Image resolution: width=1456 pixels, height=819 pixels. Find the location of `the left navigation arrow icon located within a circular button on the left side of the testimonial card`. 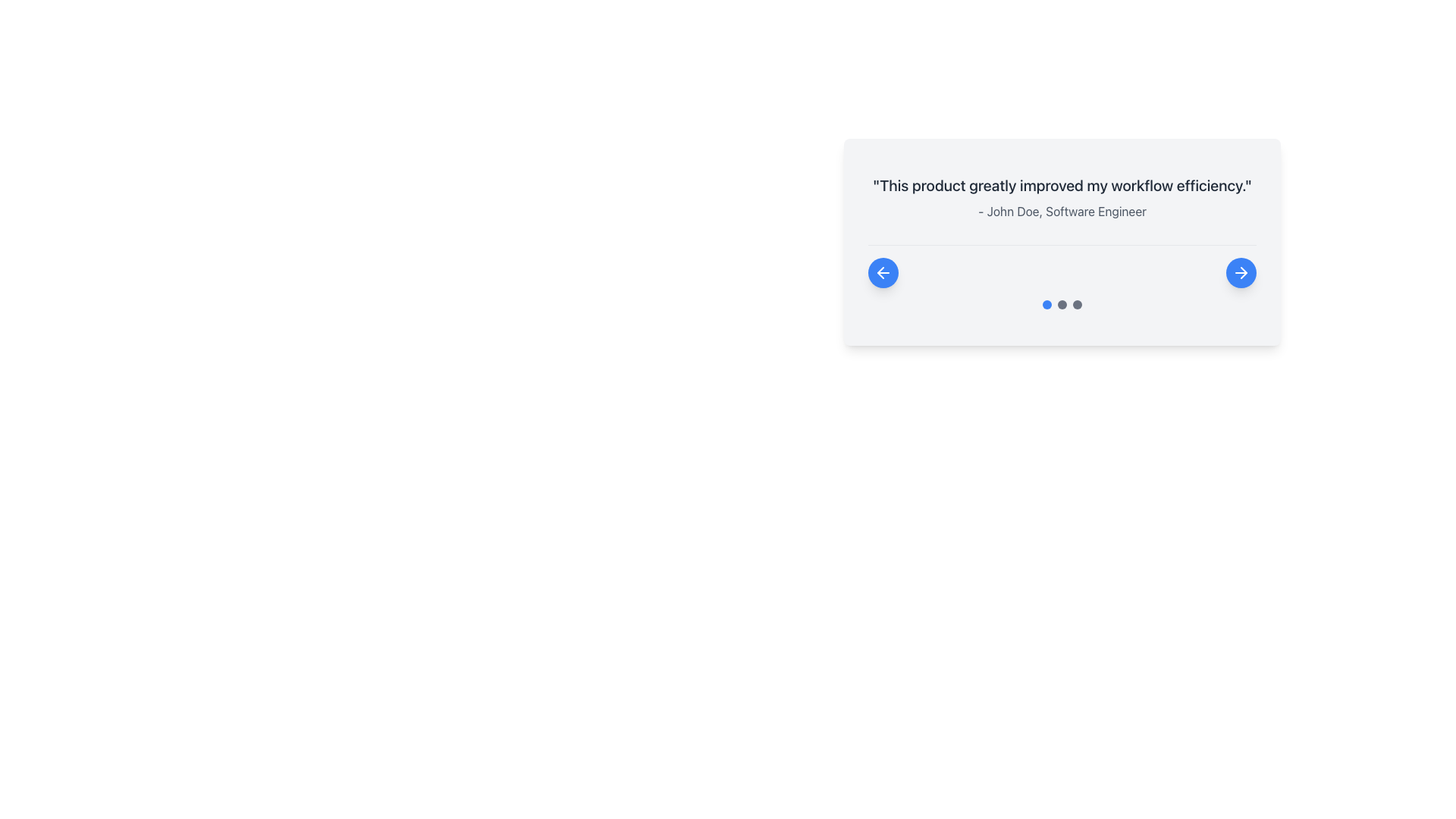

the left navigation arrow icon located within a circular button on the left side of the testimonial card is located at coordinates (880, 271).